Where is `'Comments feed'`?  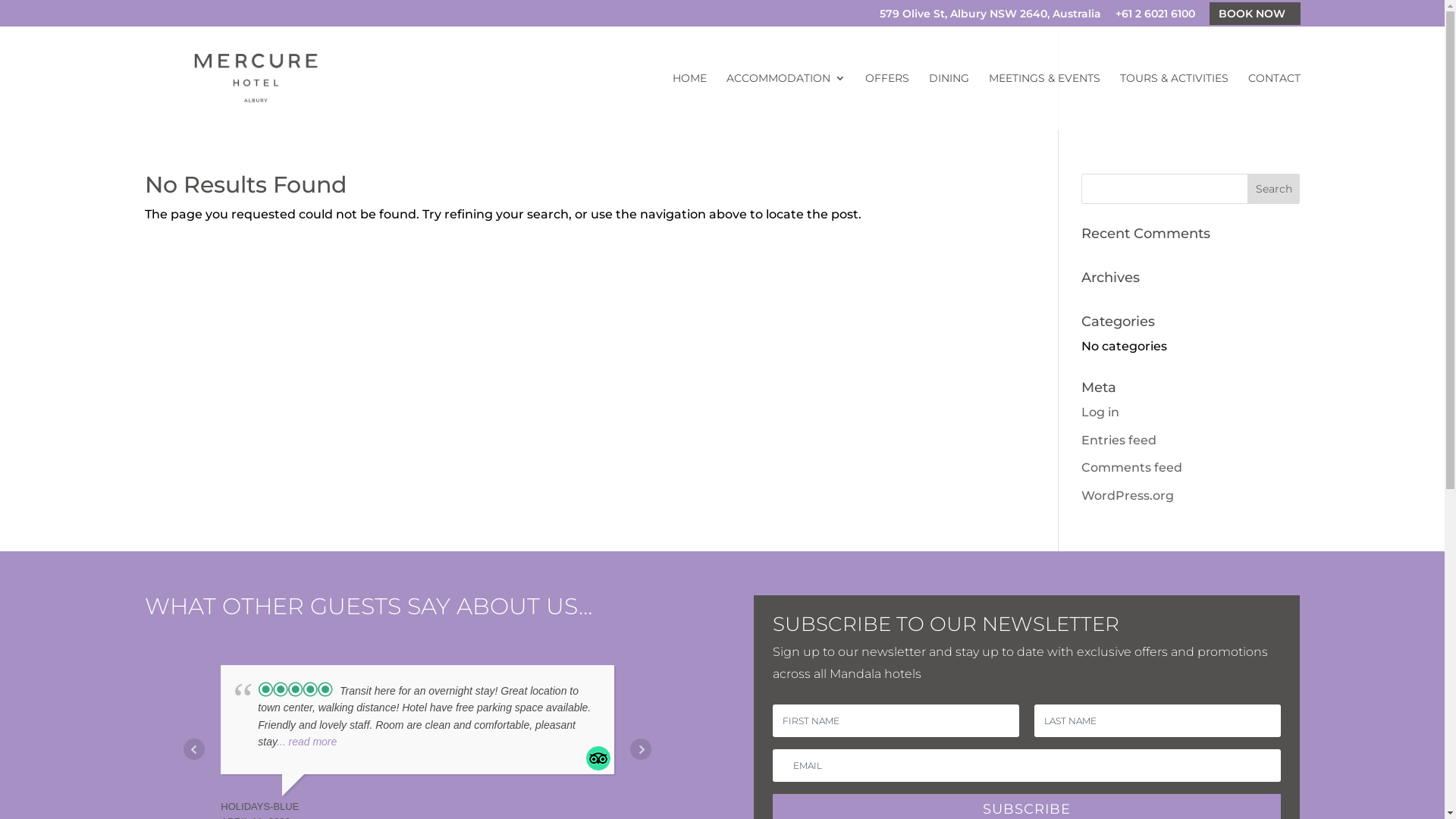 'Comments feed' is located at coordinates (1131, 466).